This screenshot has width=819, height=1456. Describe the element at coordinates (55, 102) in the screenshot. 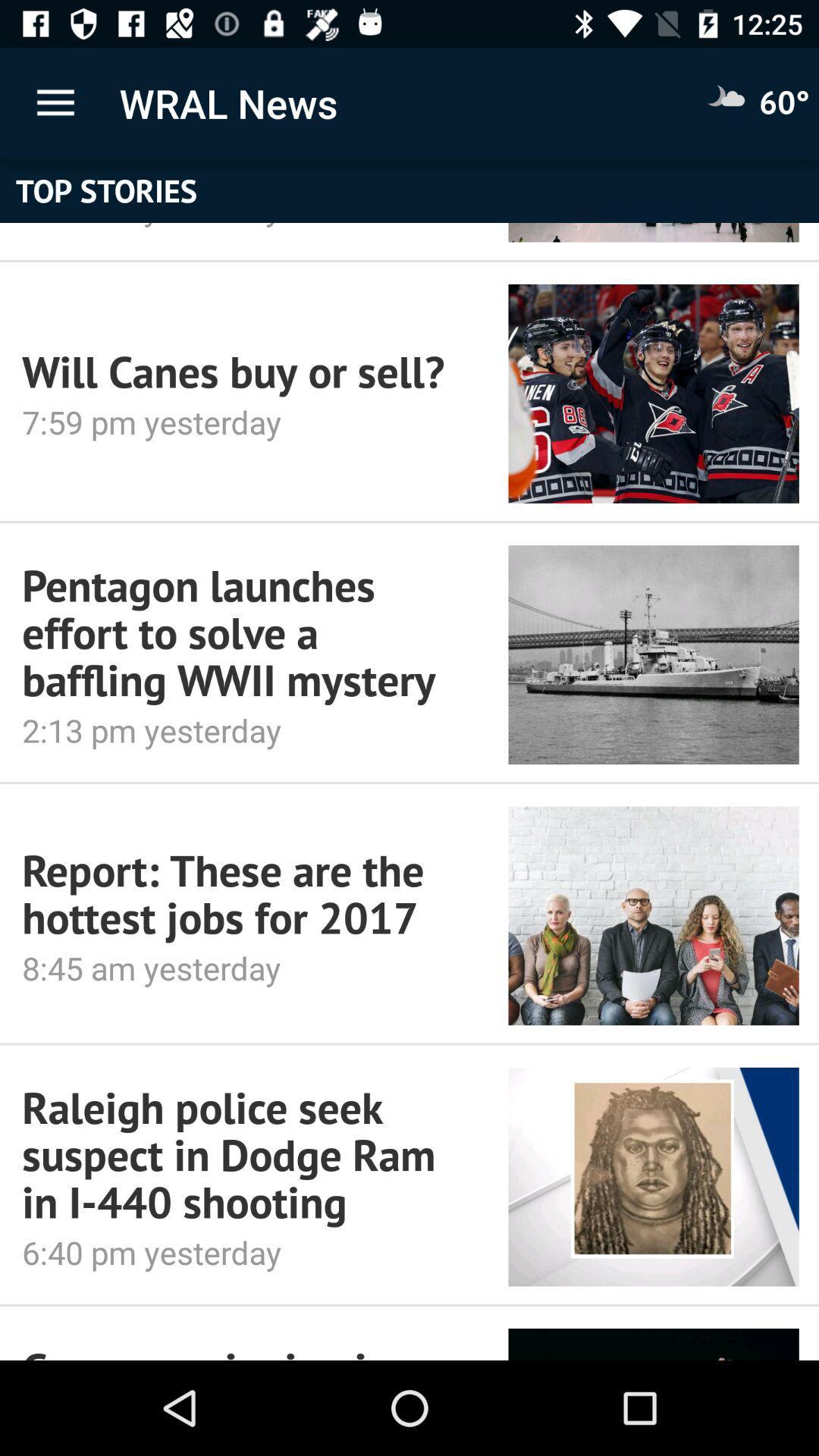

I see `item next to the wral news app` at that location.